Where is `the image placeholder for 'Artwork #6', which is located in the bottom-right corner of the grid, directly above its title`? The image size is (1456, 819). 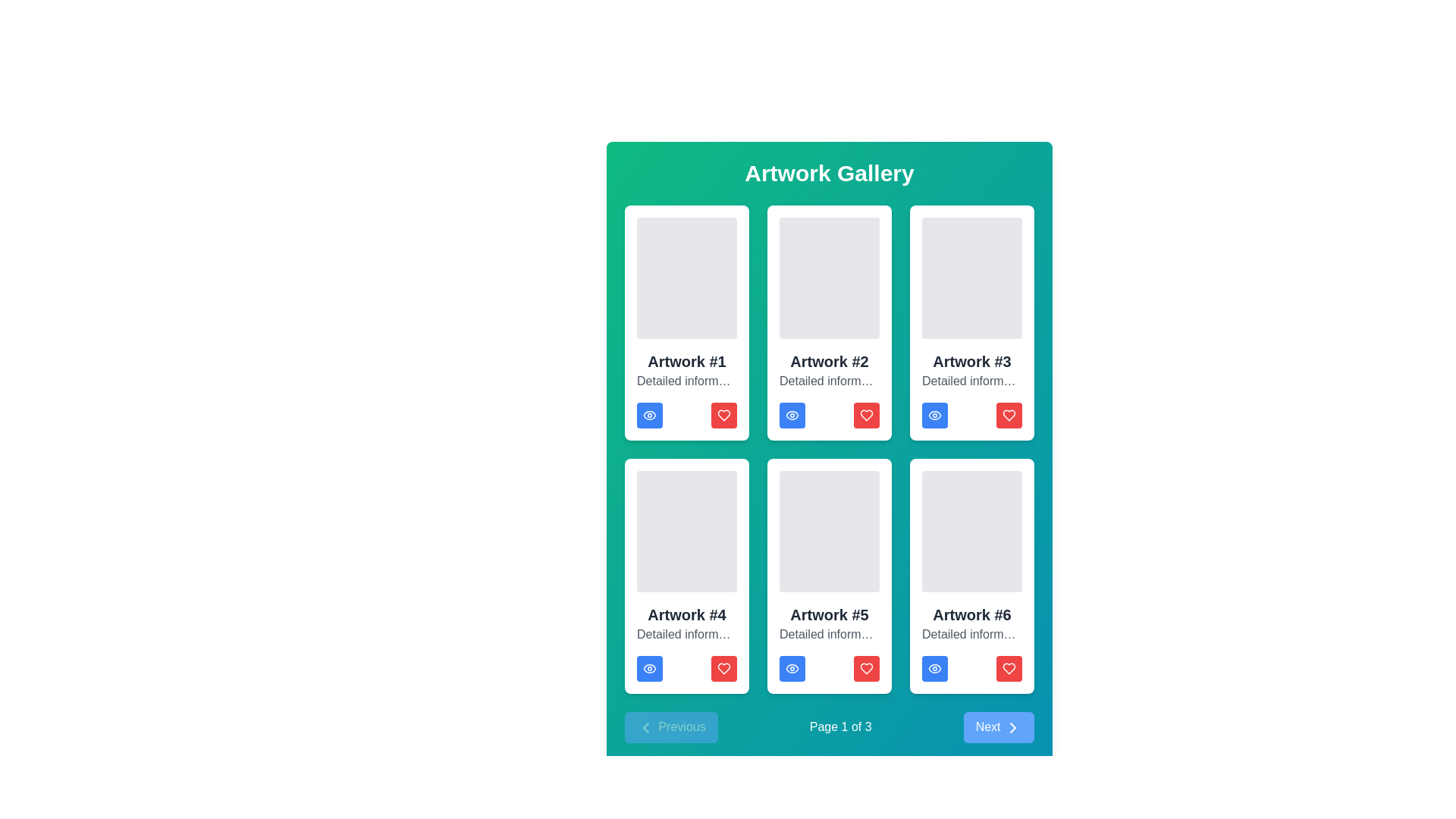 the image placeholder for 'Artwork #6', which is located in the bottom-right corner of the grid, directly above its title is located at coordinates (971, 531).